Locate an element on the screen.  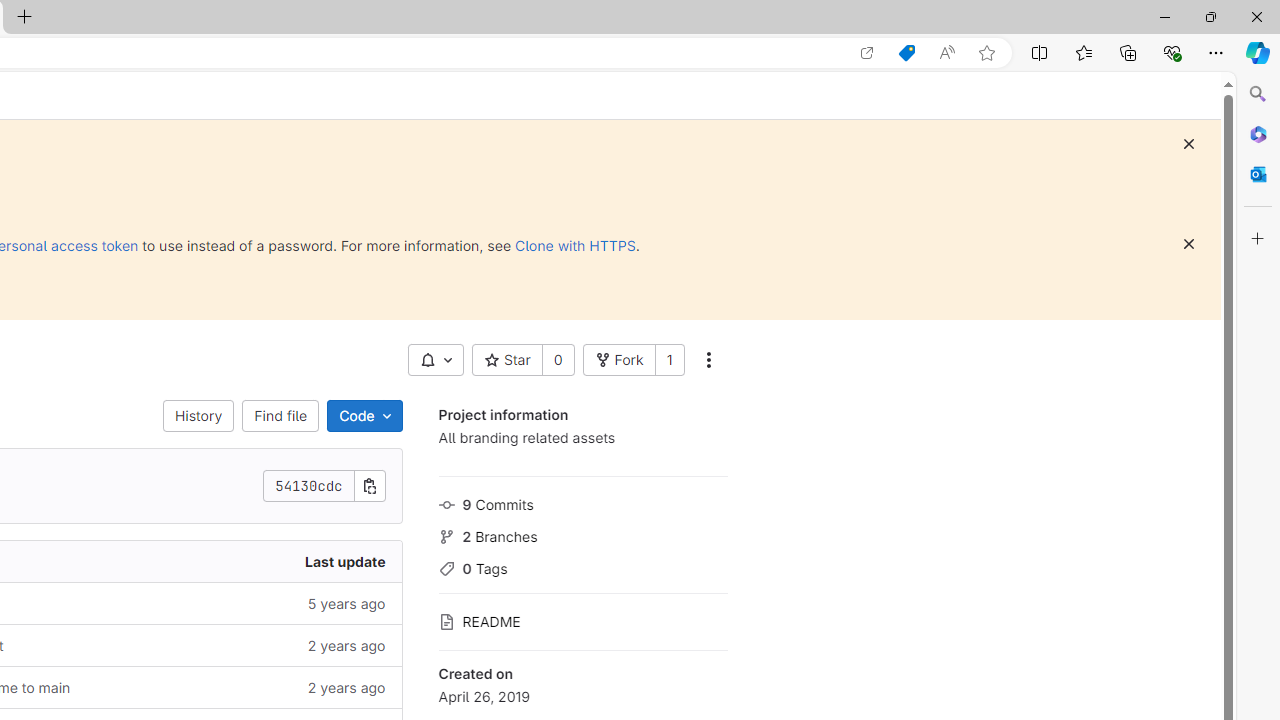
' Star' is located at coordinates (506, 360).